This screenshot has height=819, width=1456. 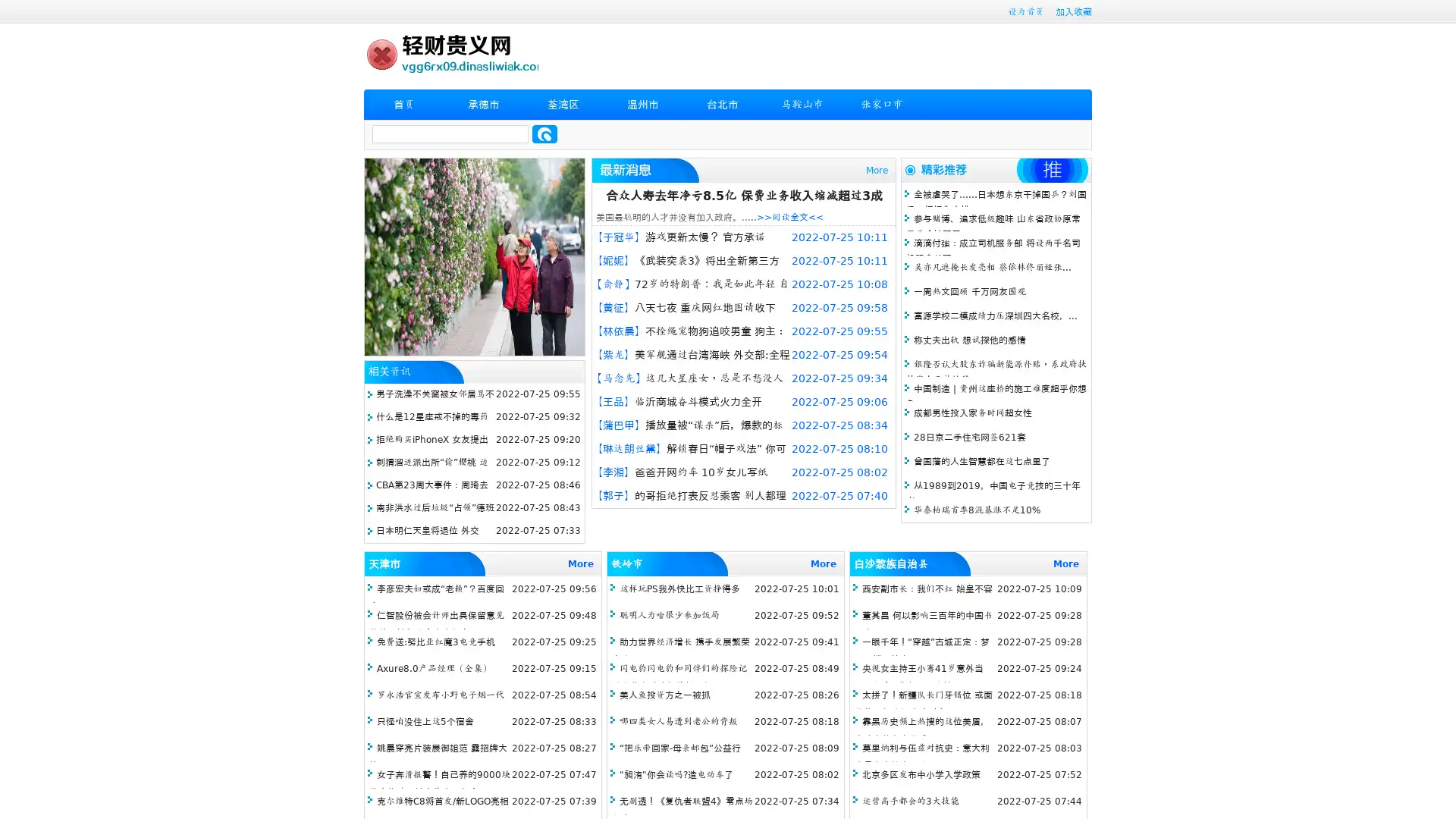 What do you see at coordinates (544, 133) in the screenshot?
I see `Search` at bounding box center [544, 133].